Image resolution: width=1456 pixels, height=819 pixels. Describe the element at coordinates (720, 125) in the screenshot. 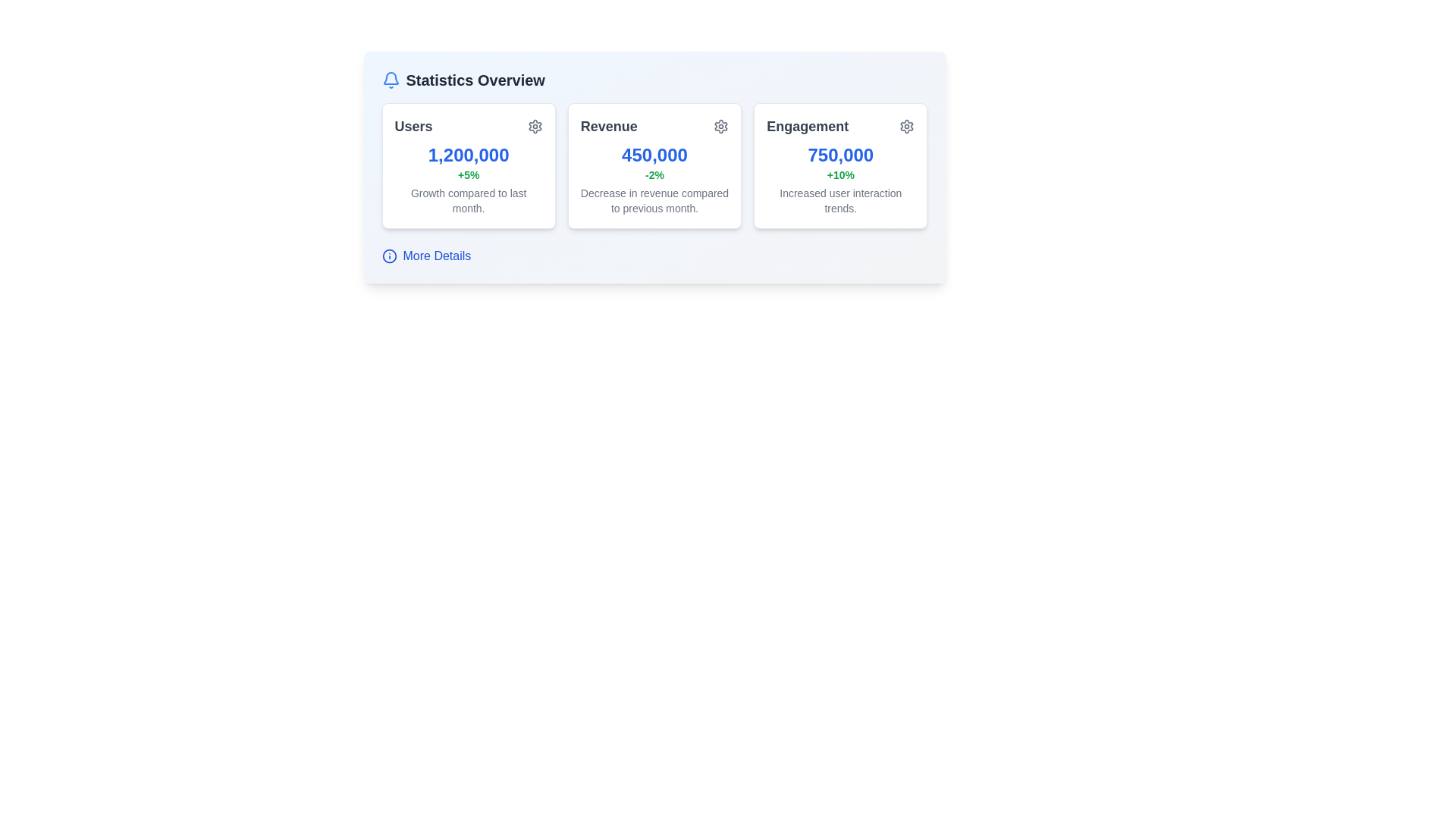

I see `the gear icon located in the 'Revenue' section, aligned with the top-right corner of the section card` at that location.